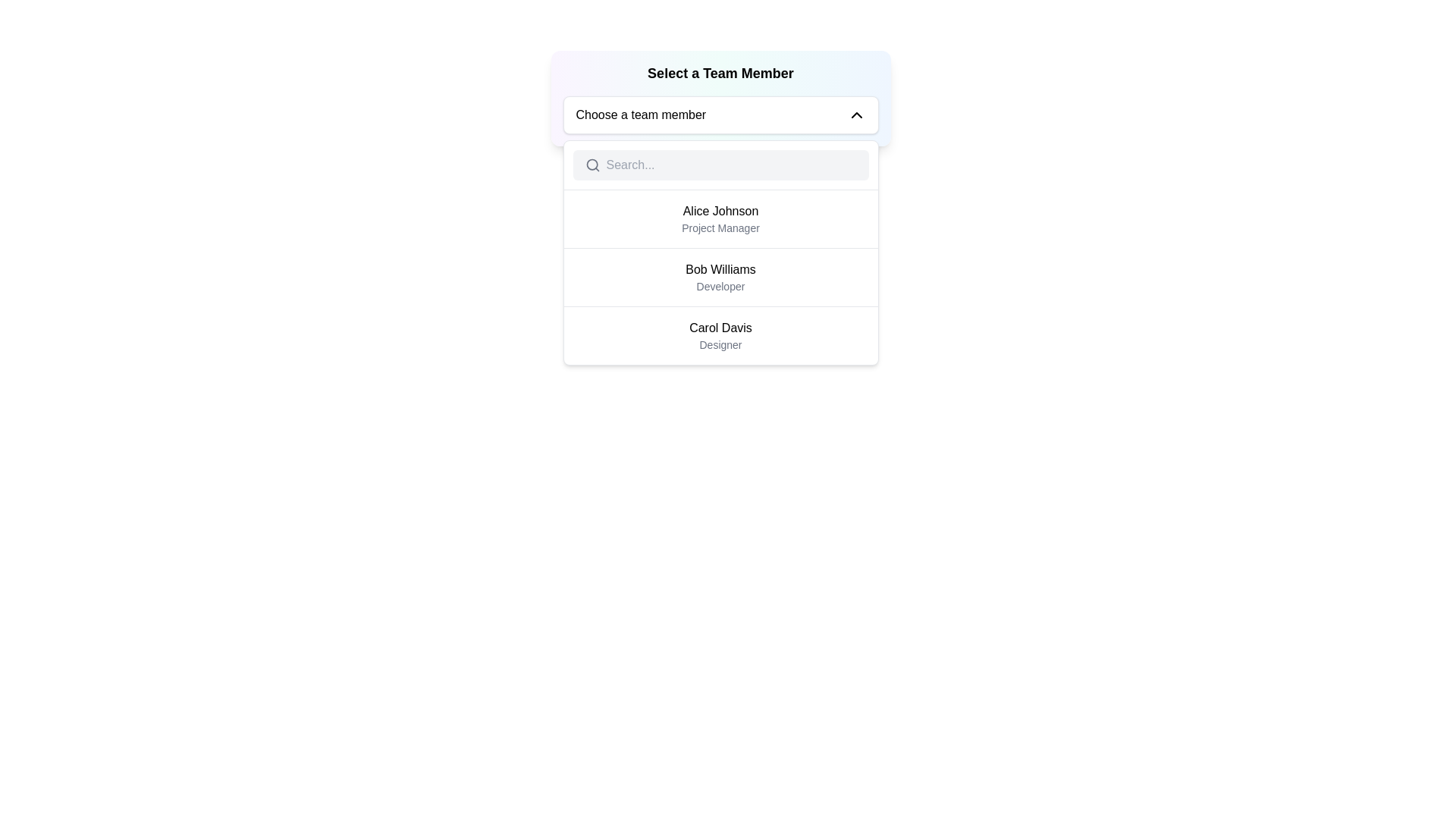 Image resolution: width=1456 pixels, height=819 pixels. What do you see at coordinates (720, 219) in the screenshot?
I see `the first selectable team member entry in the dropdown list under 'Select a Team Member'` at bounding box center [720, 219].